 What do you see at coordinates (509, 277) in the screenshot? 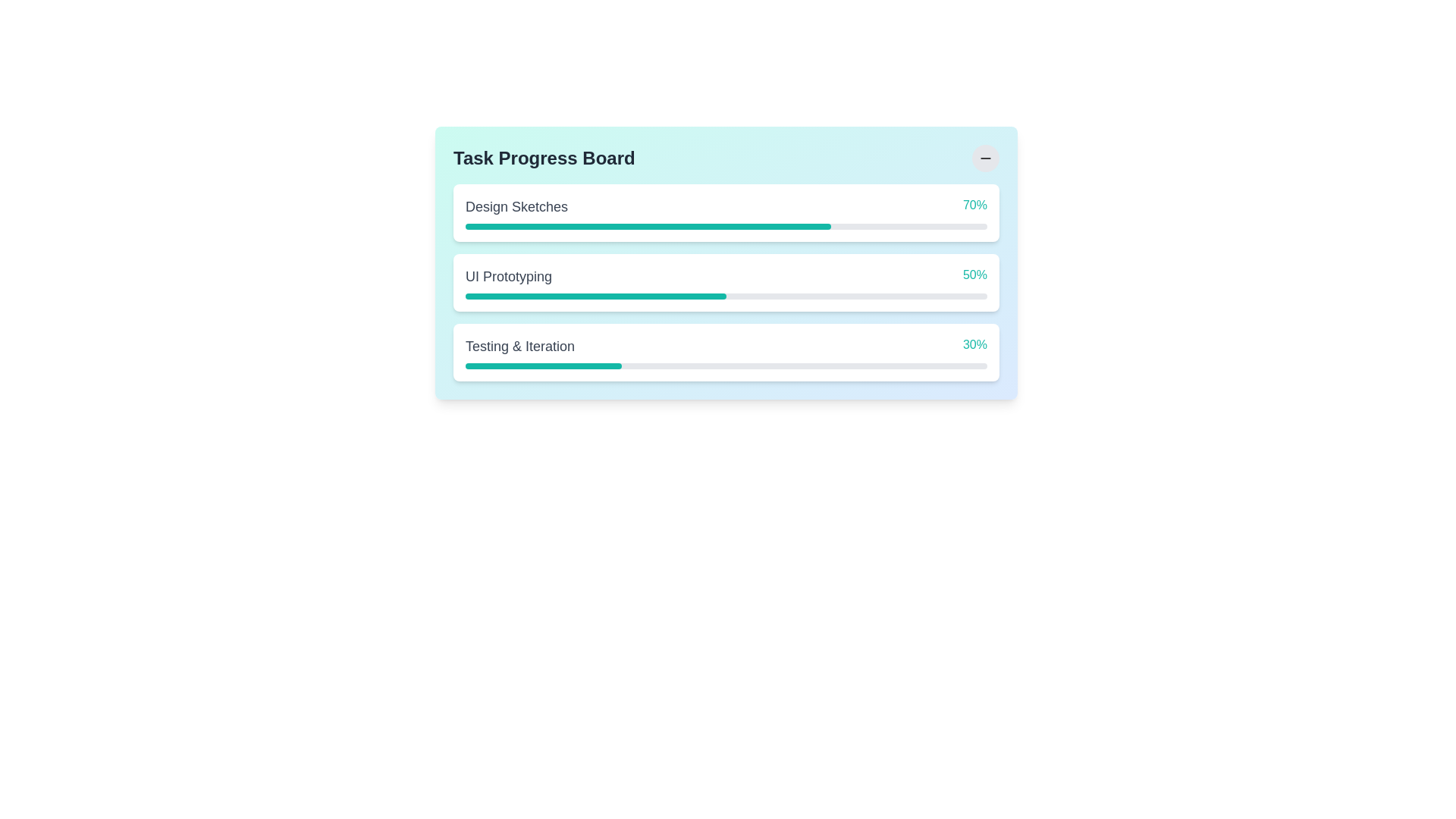
I see `text label displaying 'UI Prototyping' located in the second progress bar card on the task progress board, adjacent to the '50%' percentage indicator` at bounding box center [509, 277].